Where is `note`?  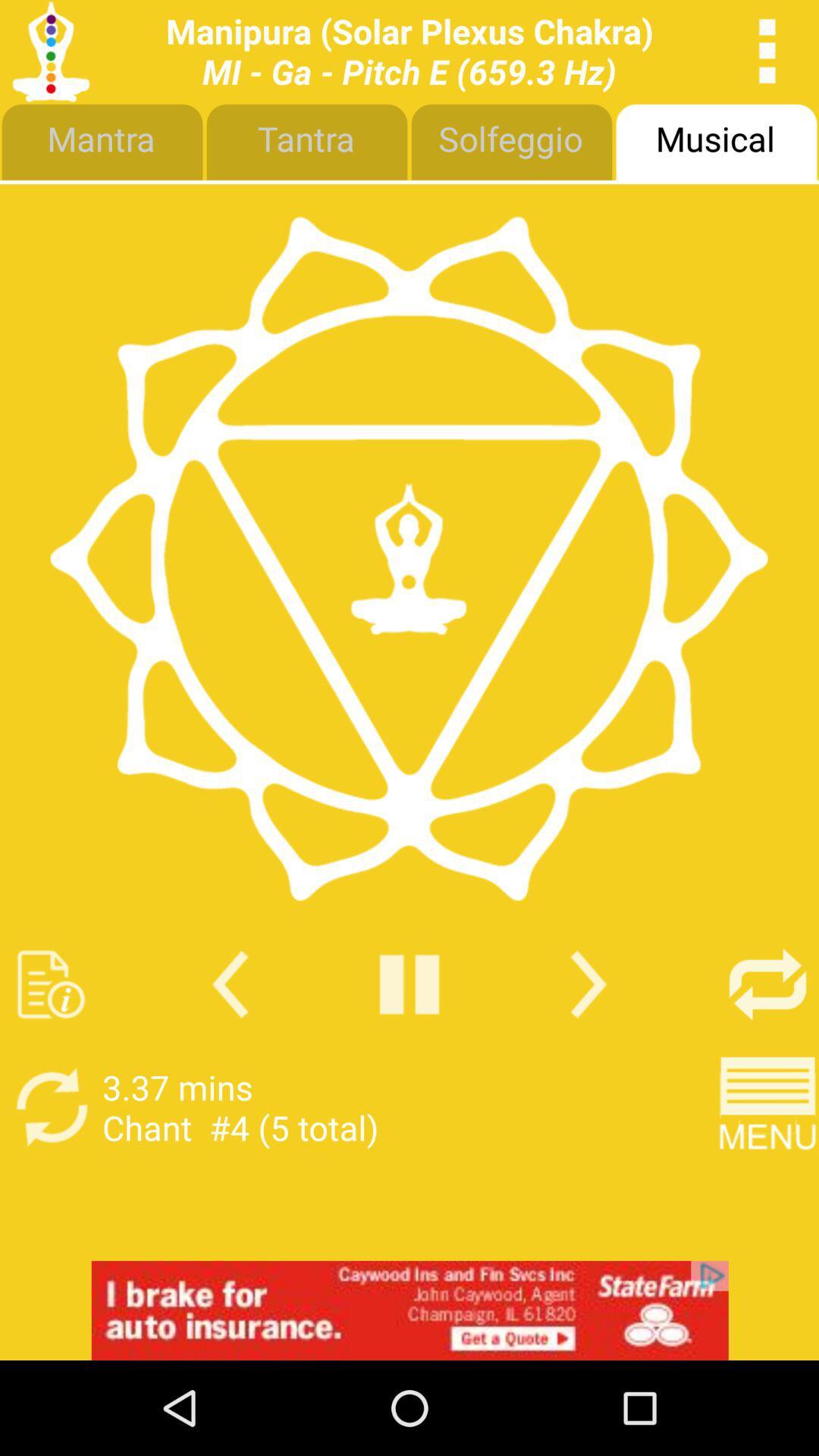
note is located at coordinates (50, 984).